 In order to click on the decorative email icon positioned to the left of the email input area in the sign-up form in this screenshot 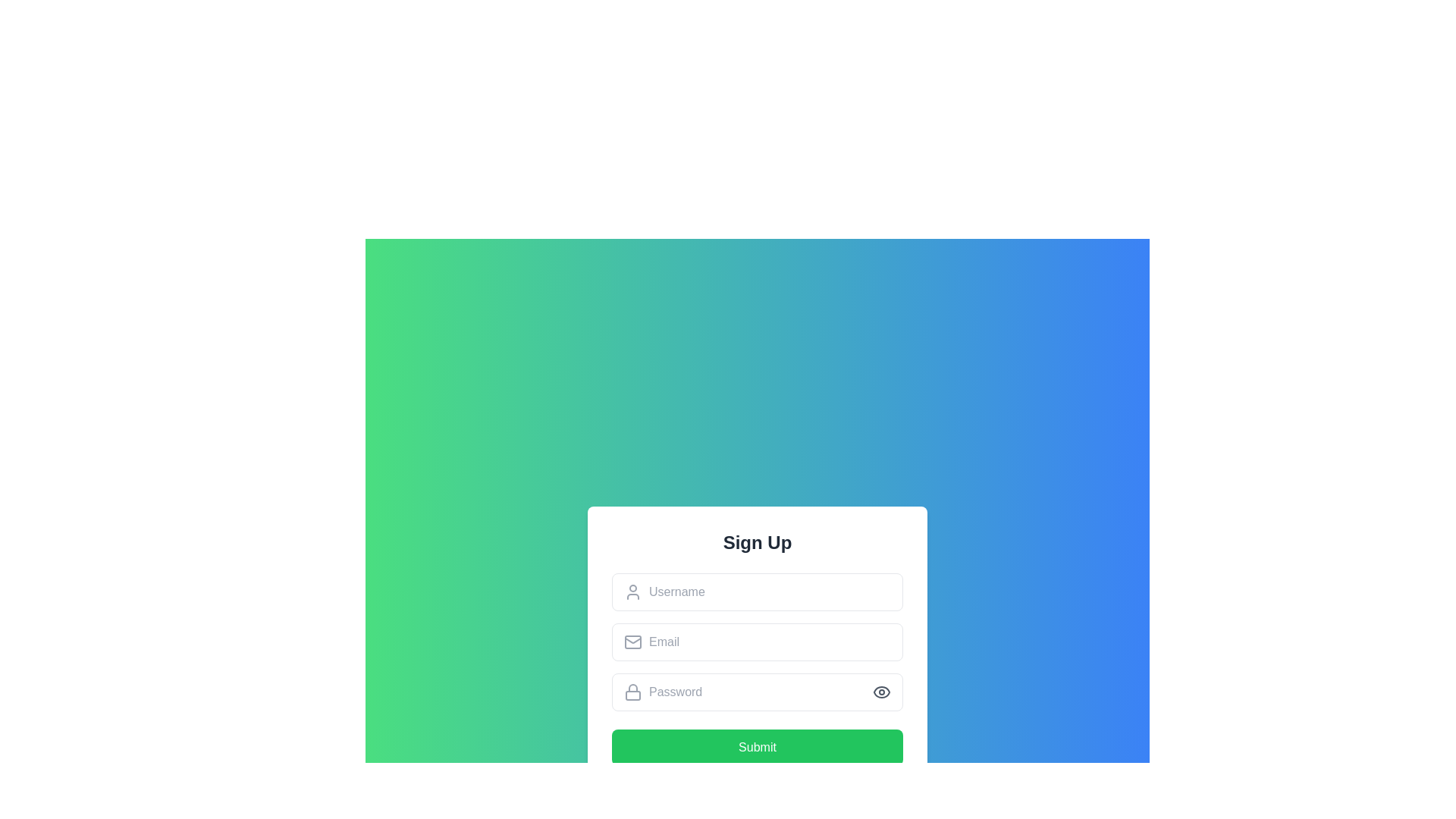, I will do `click(633, 640)`.